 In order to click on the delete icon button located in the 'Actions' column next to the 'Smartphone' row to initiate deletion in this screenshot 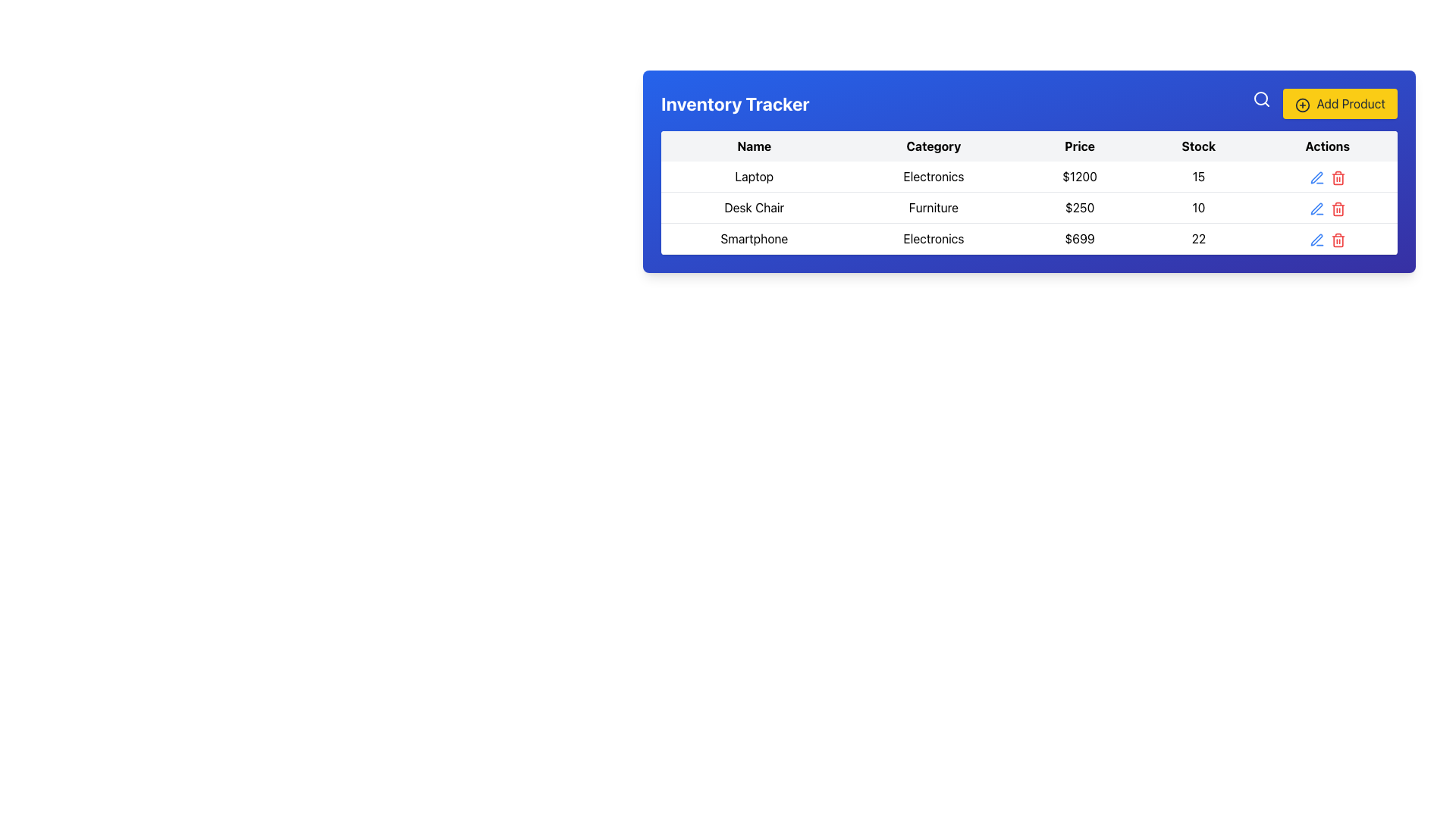, I will do `click(1338, 239)`.